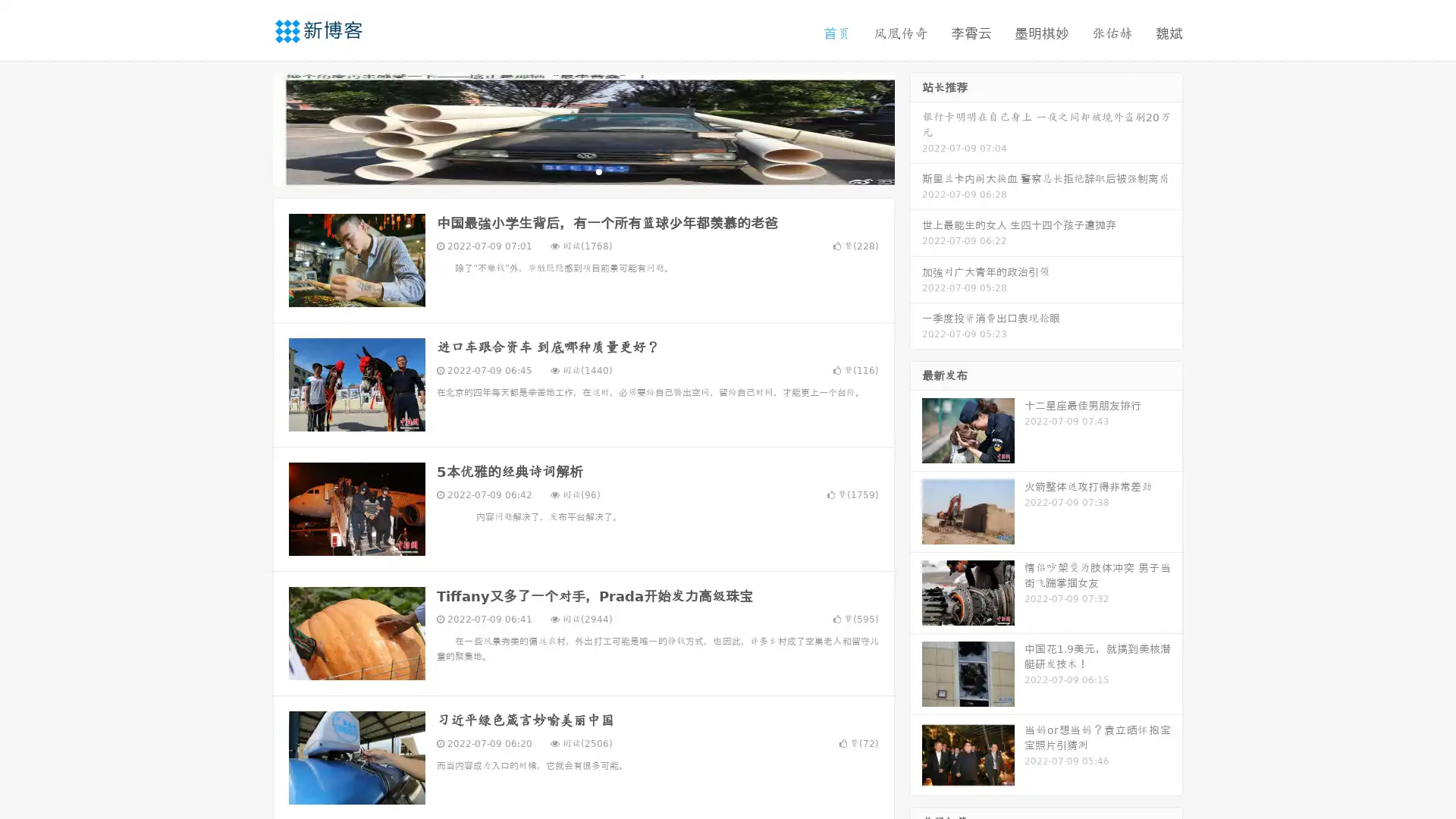 The width and height of the screenshot is (1456, 819). What do you see at coordinates (567, 171) in the screenshot?
I see `Go to slide 1` at bounding box center [567, 171].